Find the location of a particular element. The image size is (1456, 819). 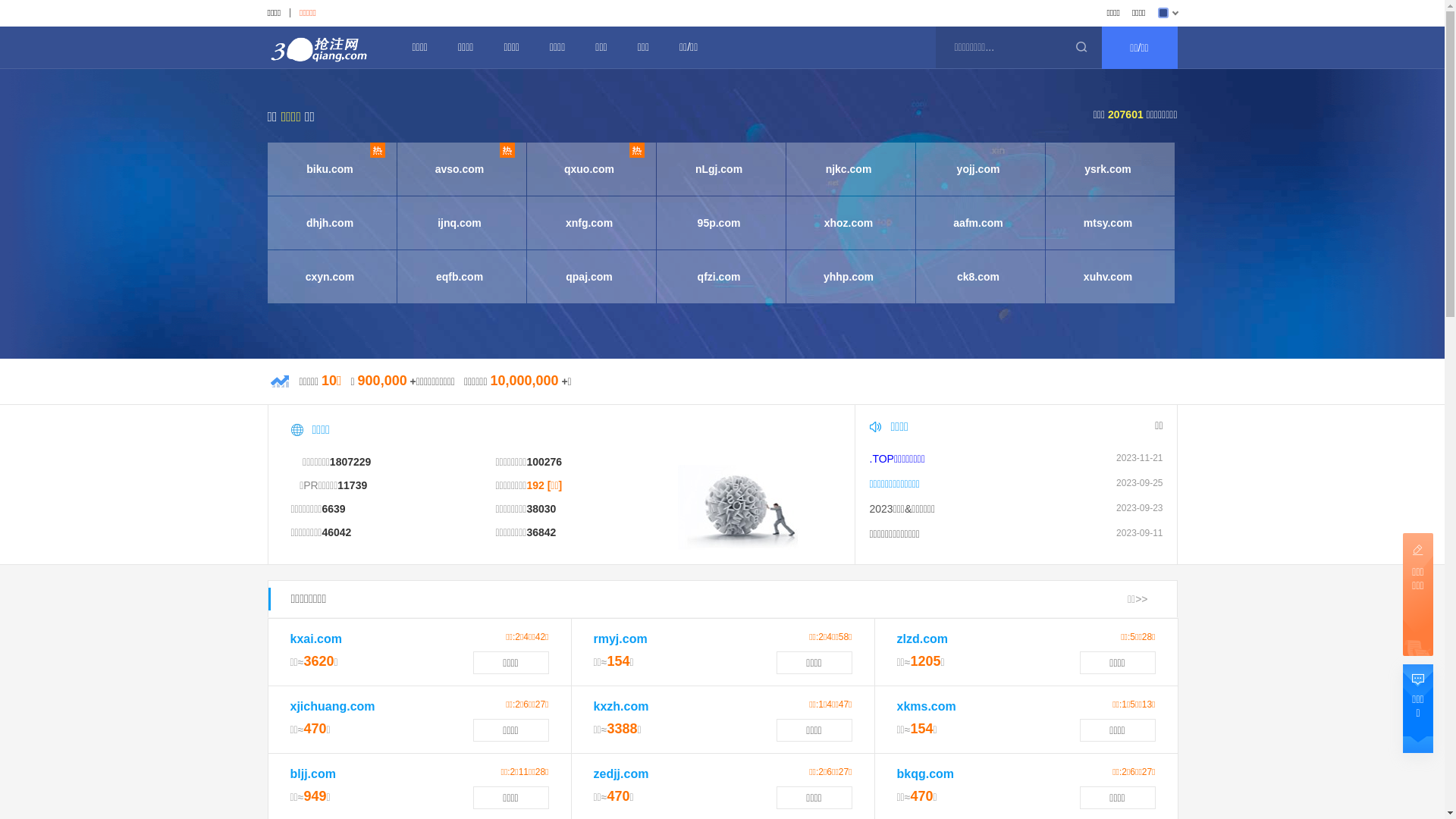

'dhjh.com' is located at coordinates (328, 222).